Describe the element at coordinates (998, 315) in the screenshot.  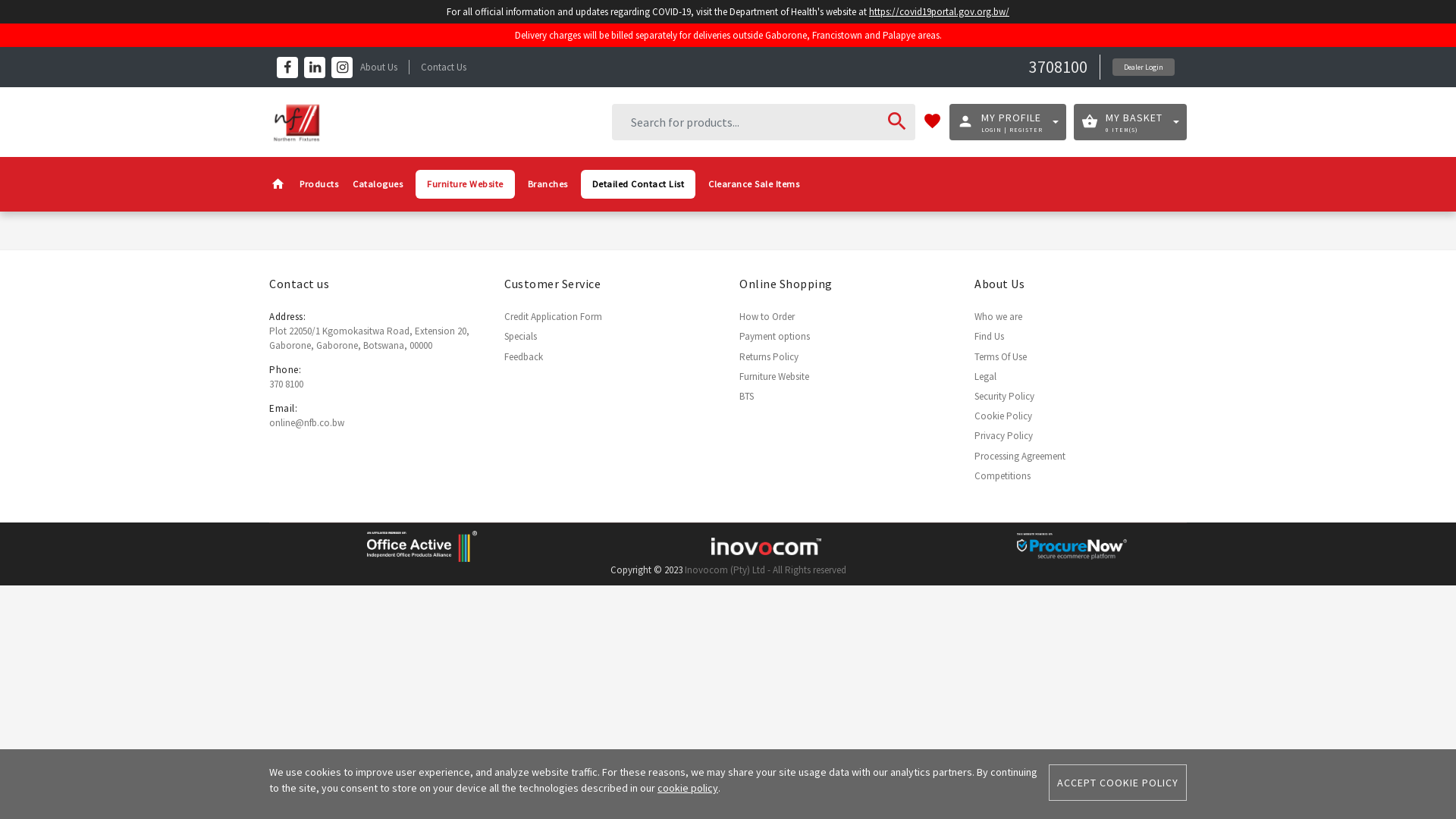
I see `'Who we are'` at that location.